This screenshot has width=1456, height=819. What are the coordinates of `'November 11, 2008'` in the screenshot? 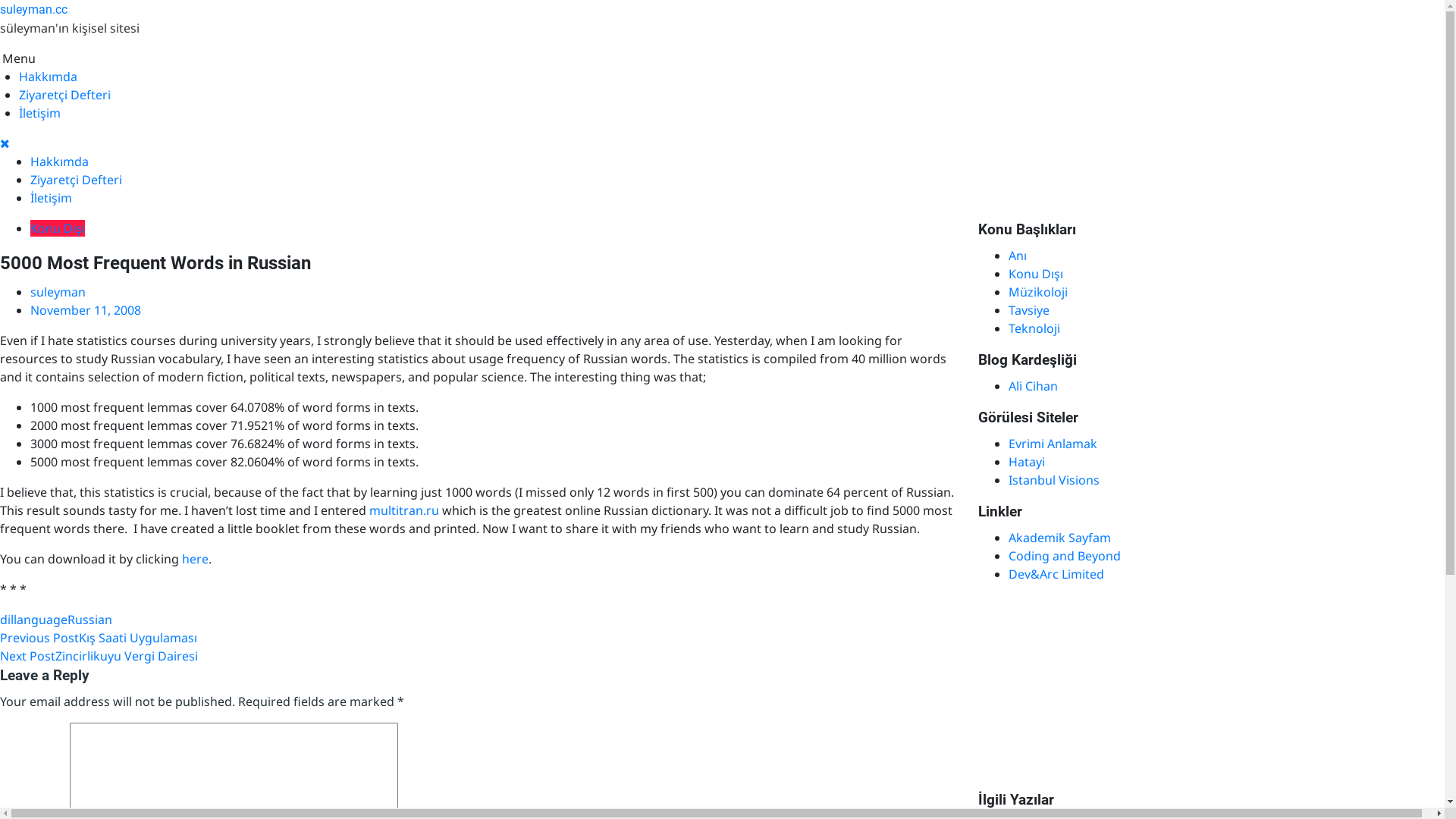 It's located at (30, 309).